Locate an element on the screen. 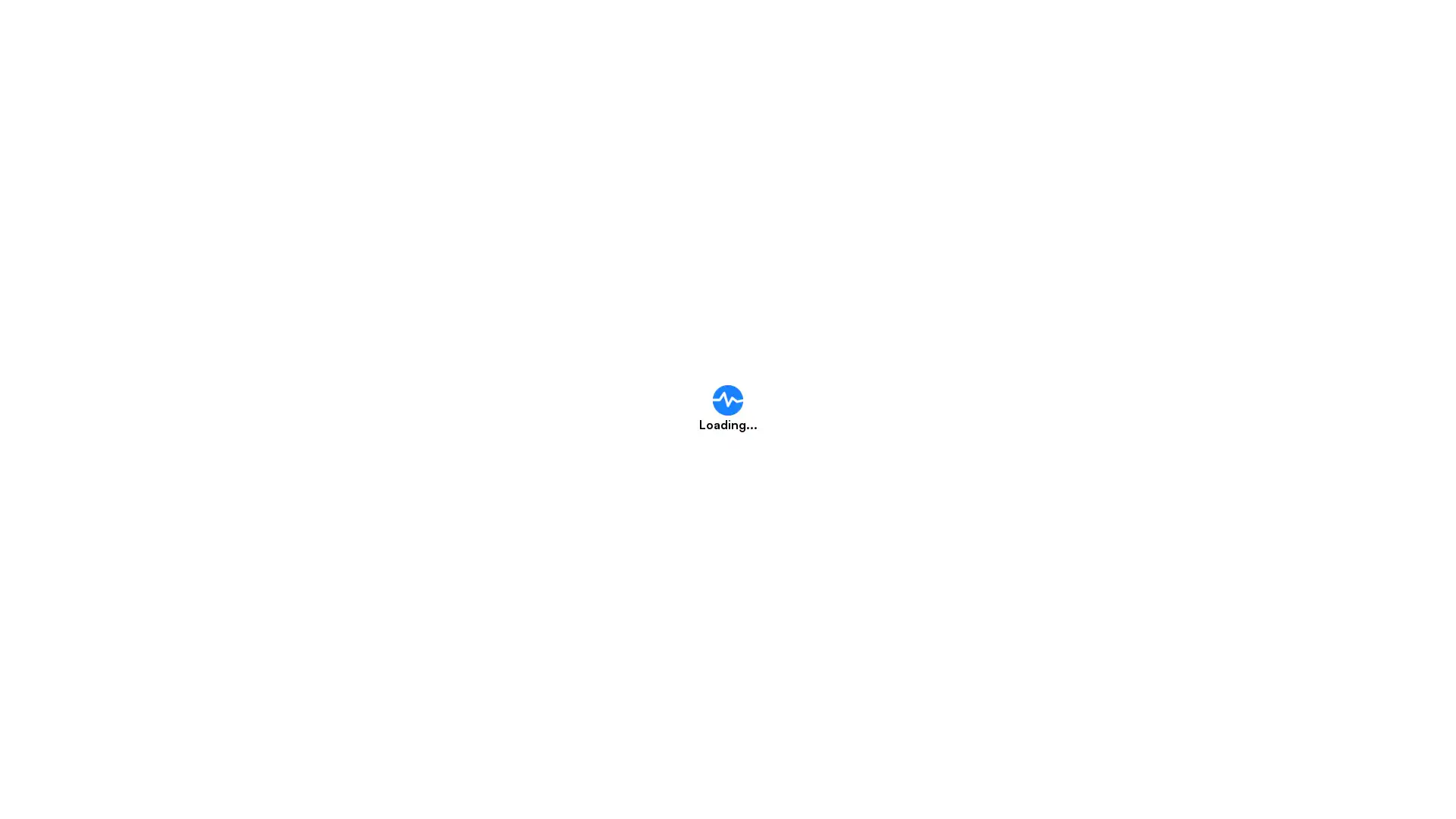 This screenshot has width=1456, height=819. Support is located at coordinates (930, 30).